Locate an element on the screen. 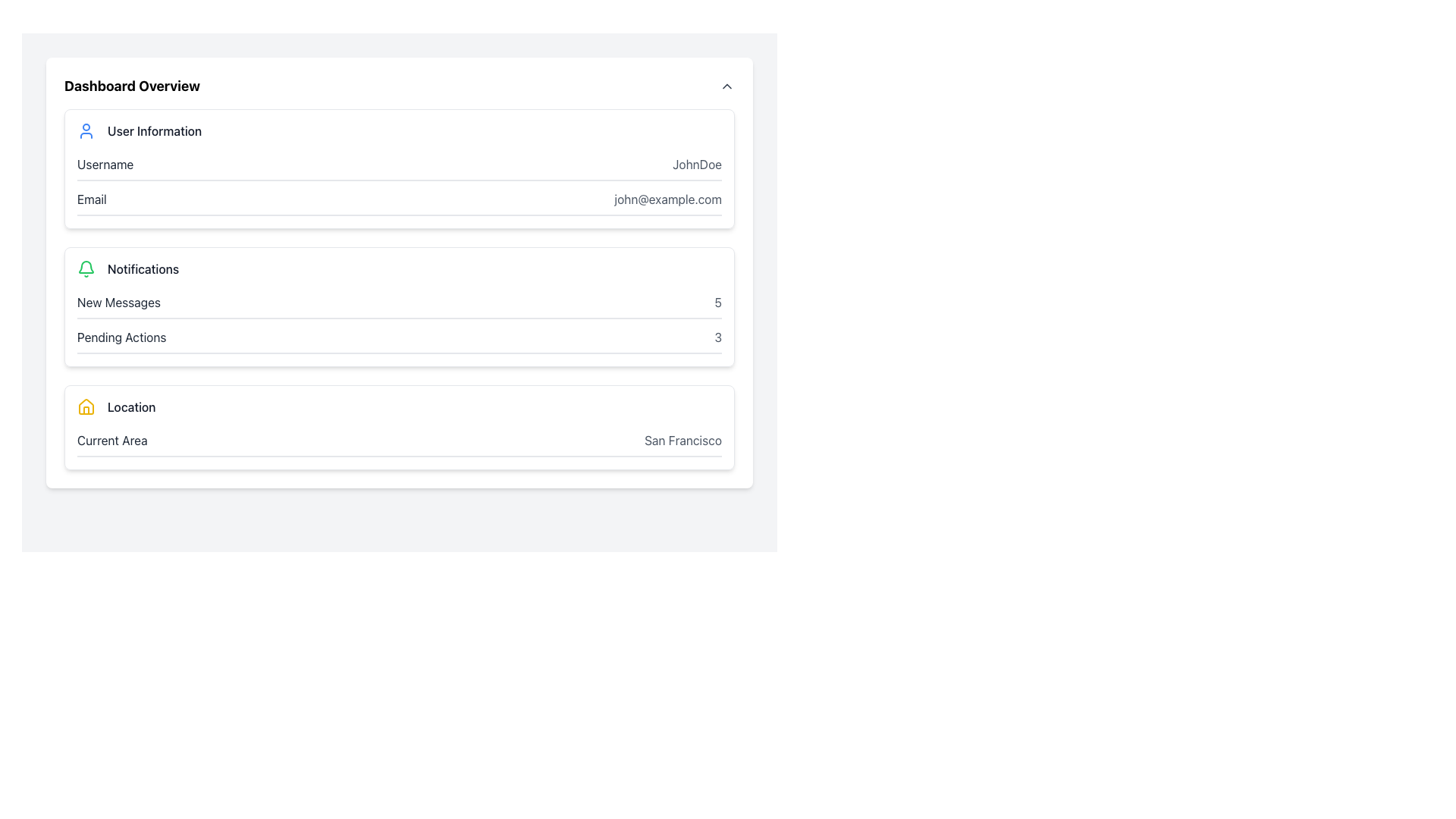 The image size is (1456, 819). the 'San Francisco' text label displayed in light gray font color, located under the 'Current Area' heading in the 'Location' section is located at coordinates (682, 441).